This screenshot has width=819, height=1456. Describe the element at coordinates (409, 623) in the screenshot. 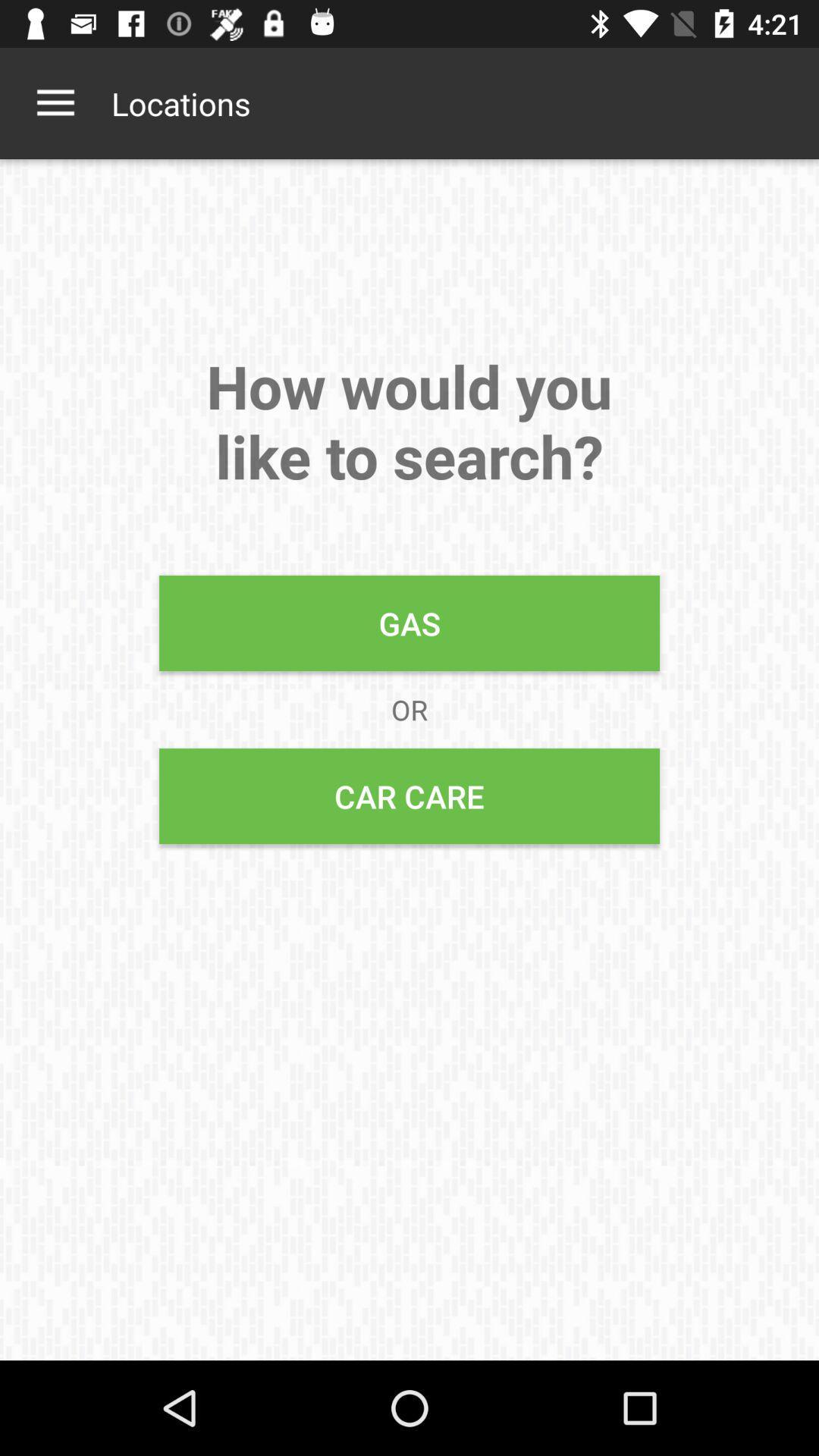

I see `the gas` at that location.